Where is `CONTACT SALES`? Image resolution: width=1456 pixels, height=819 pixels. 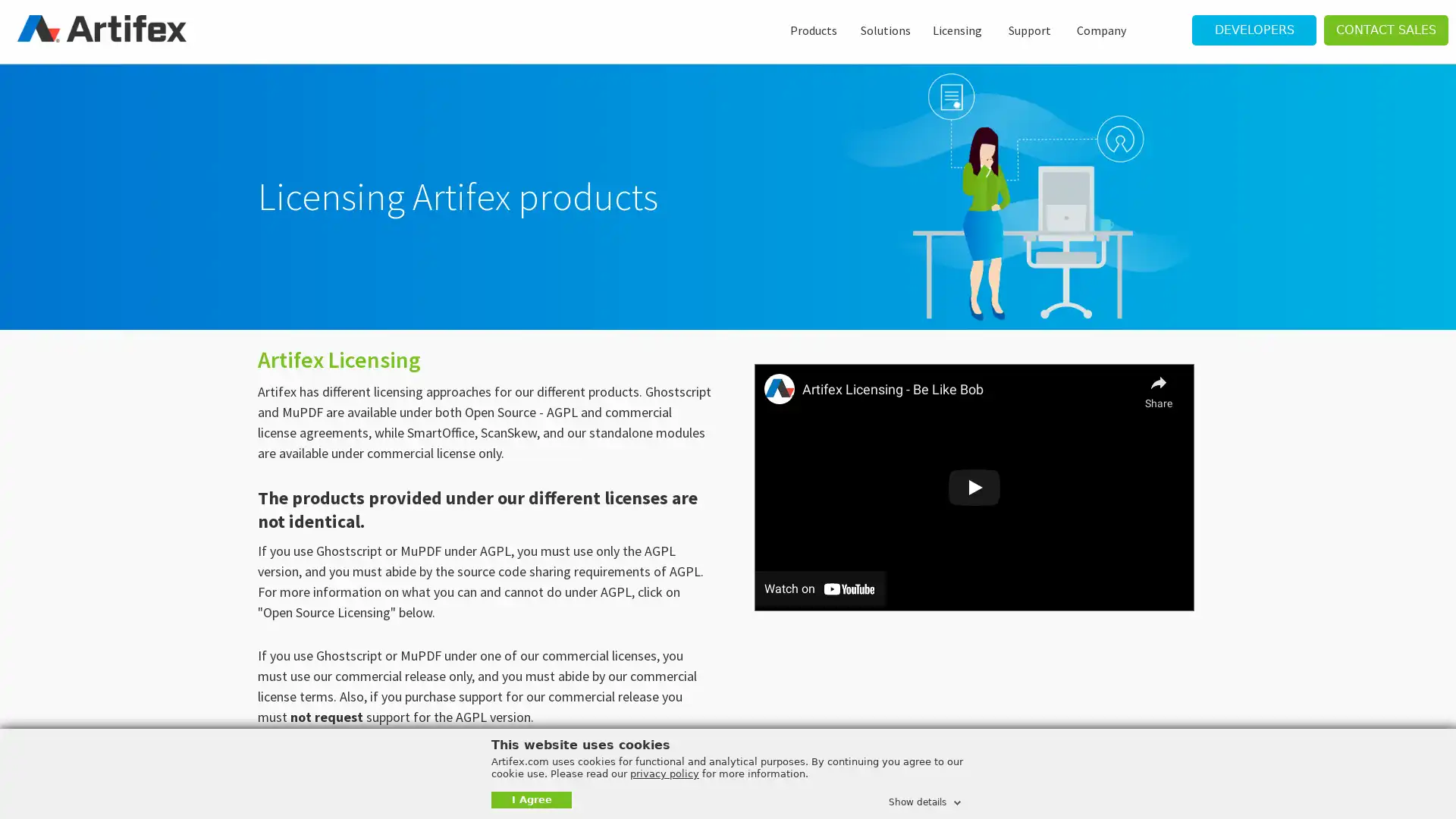 CONTACT SALES is located at coordinates (1386, 30).